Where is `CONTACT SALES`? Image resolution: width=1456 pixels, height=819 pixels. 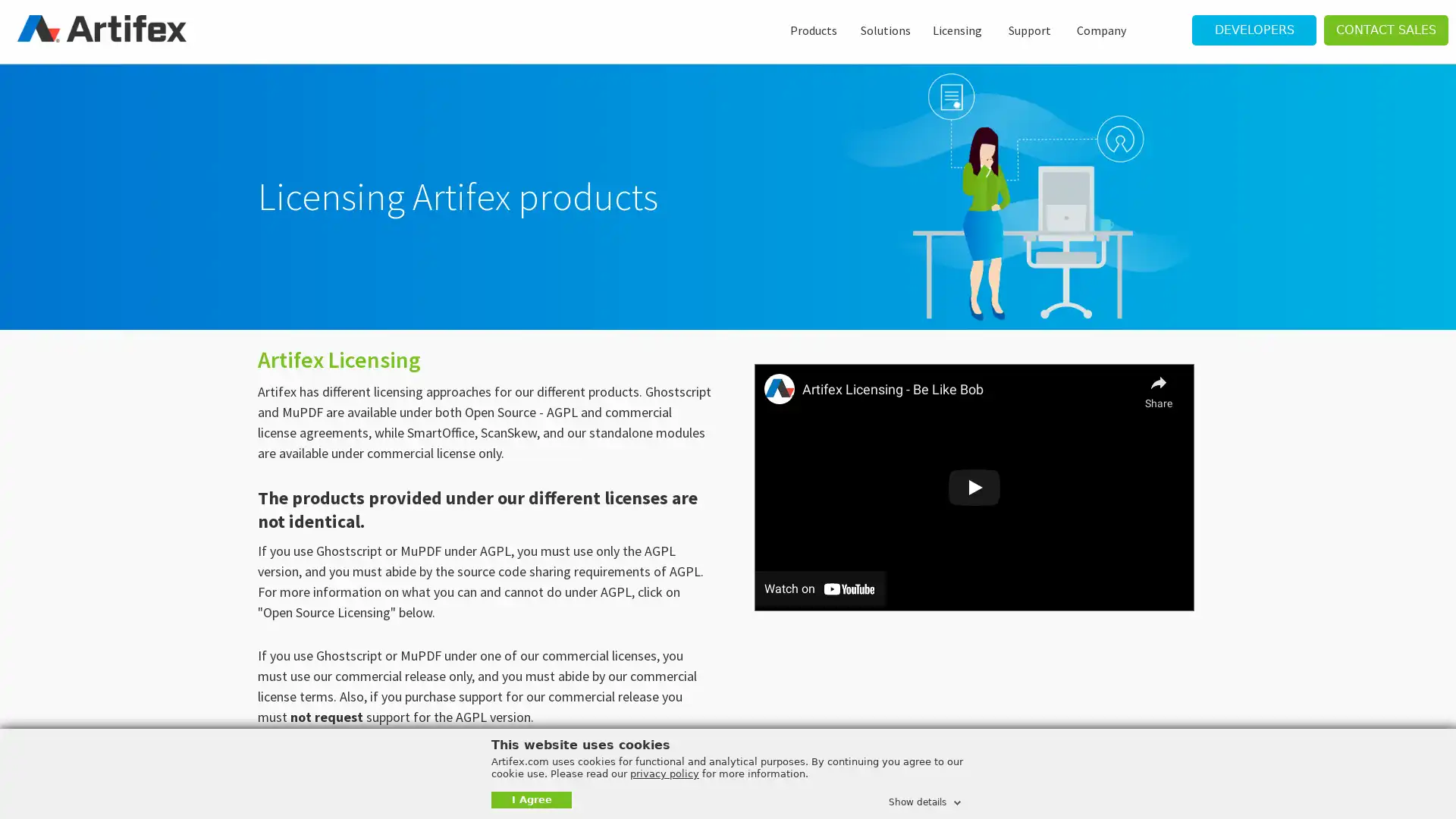 CONTACT SALES is located at coordinates (1386, 30).